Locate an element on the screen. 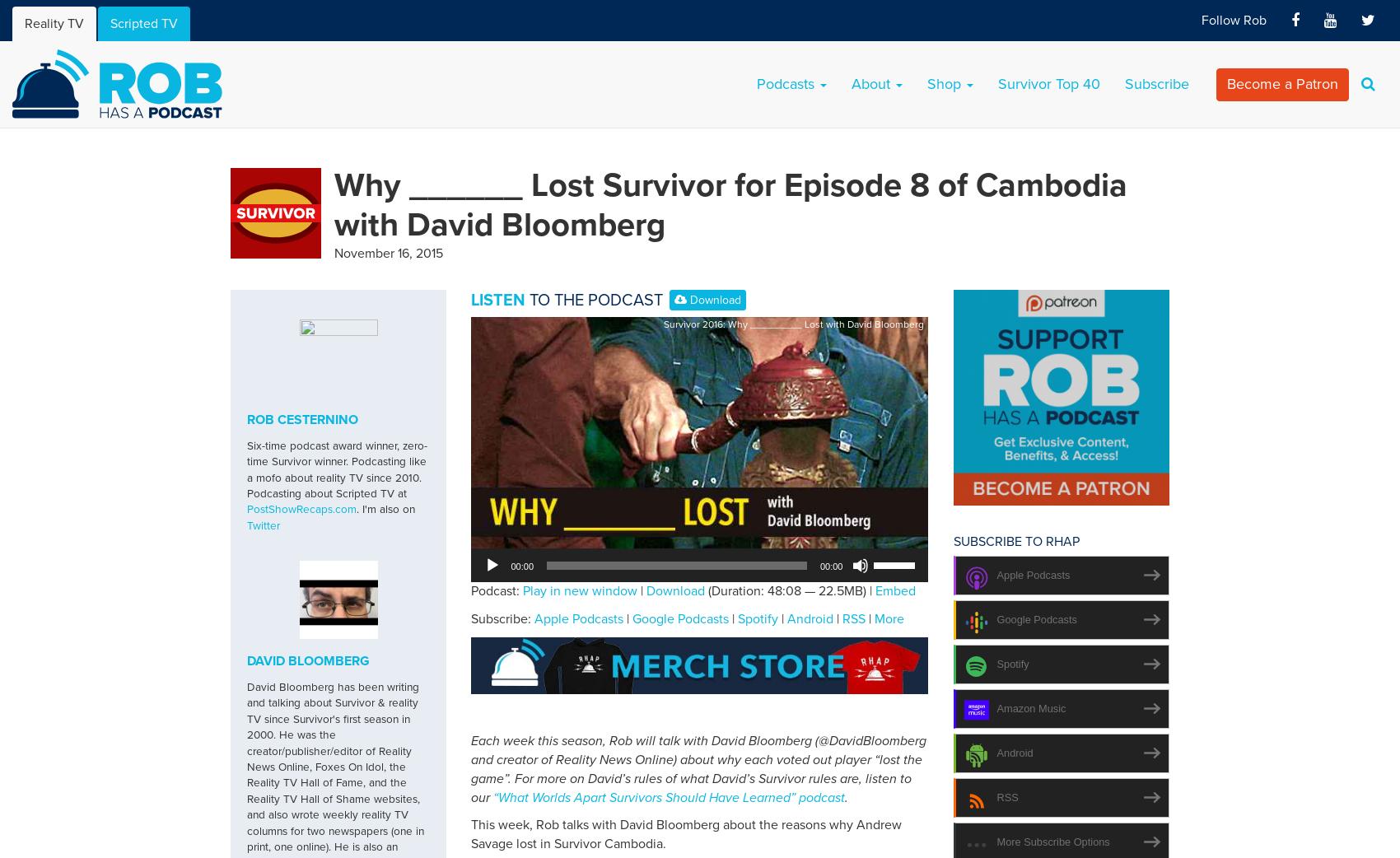 This screenshot has width=1400, height=858. '. I'm also on' is located at coordinates (385, 509).